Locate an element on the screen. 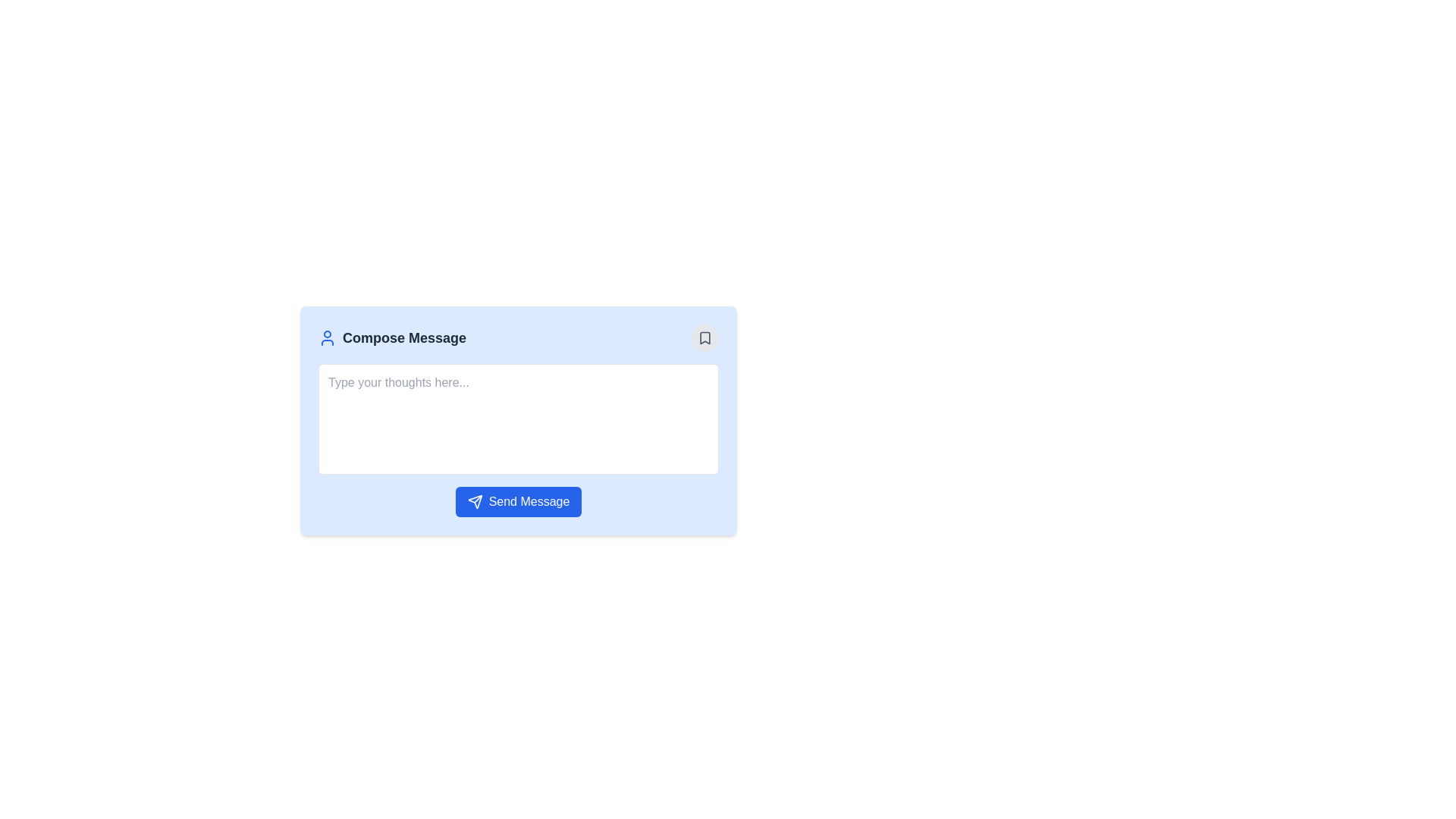 This screenshot has width=1456, height=819. the button located at the bottom of the blue box to send the composed message is located at coordinates (518, 502).